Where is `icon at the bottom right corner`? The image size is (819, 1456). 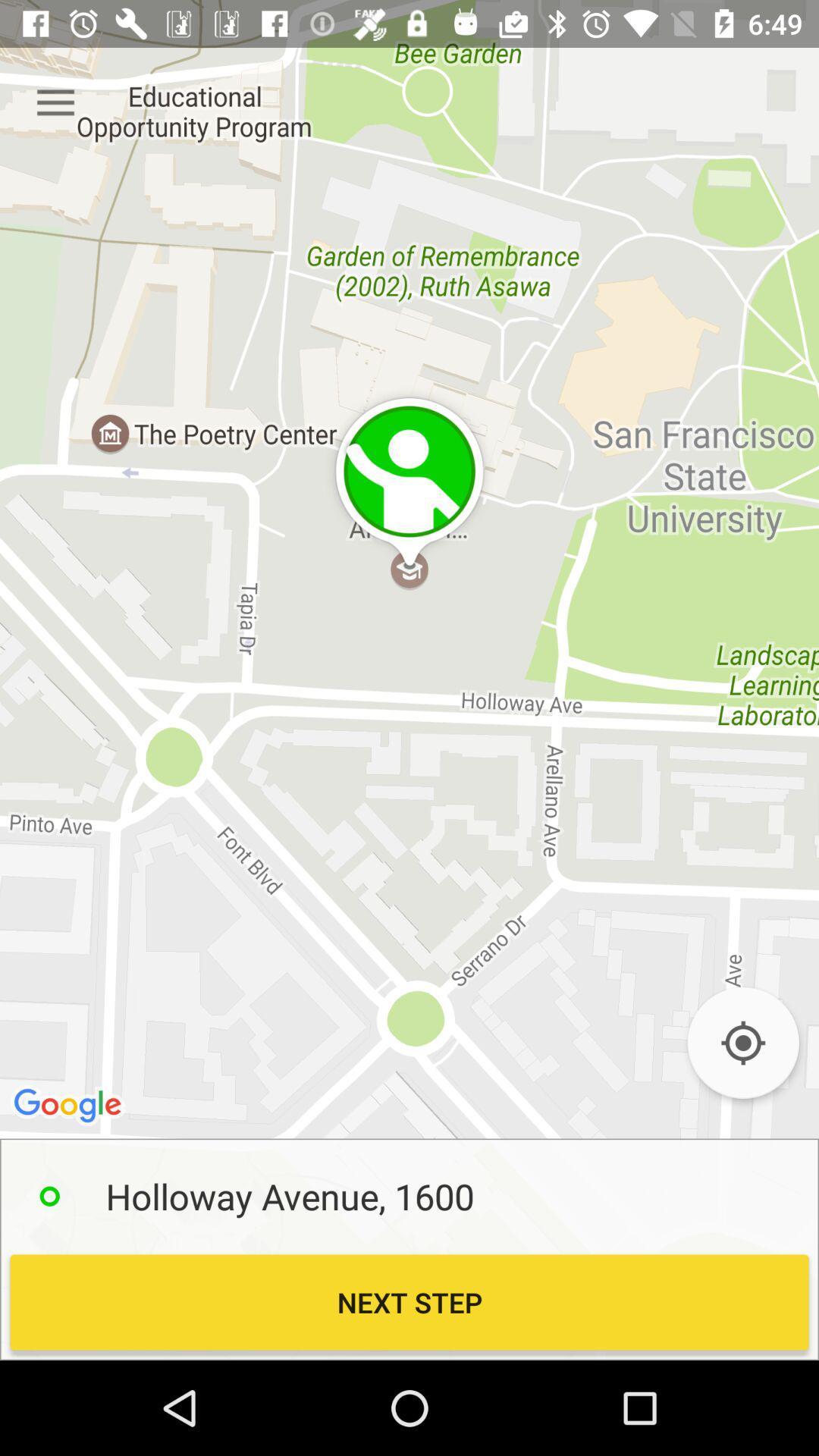 icon at the bottom right corner is located at coordinates (742, 1042).